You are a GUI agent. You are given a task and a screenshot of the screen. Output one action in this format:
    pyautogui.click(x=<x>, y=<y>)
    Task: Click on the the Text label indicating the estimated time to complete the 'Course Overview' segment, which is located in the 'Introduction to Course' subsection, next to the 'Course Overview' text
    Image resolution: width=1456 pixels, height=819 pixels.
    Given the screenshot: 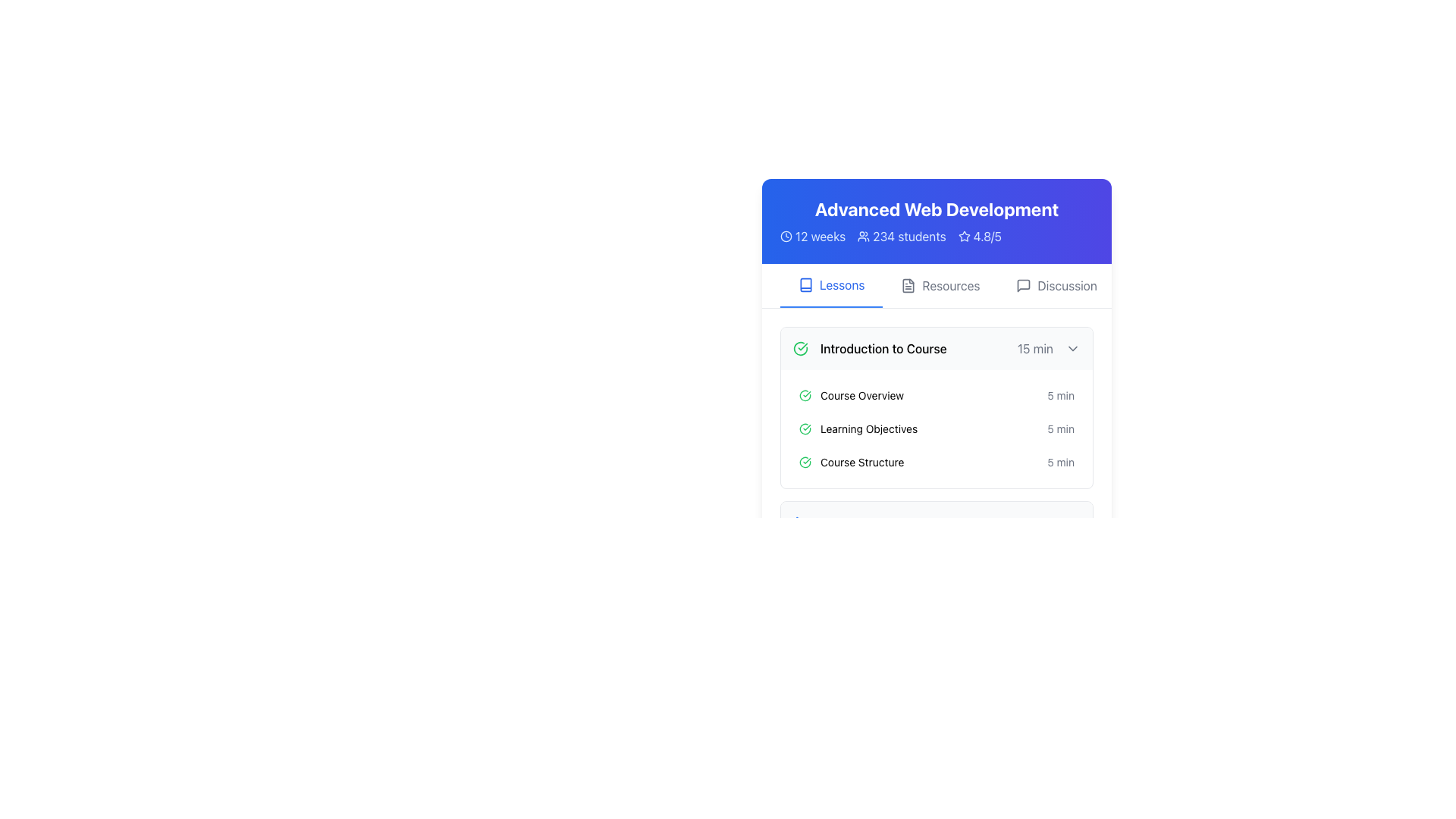 What is the action you would take?
    pyautogui.click(x=1060, y=394)
    